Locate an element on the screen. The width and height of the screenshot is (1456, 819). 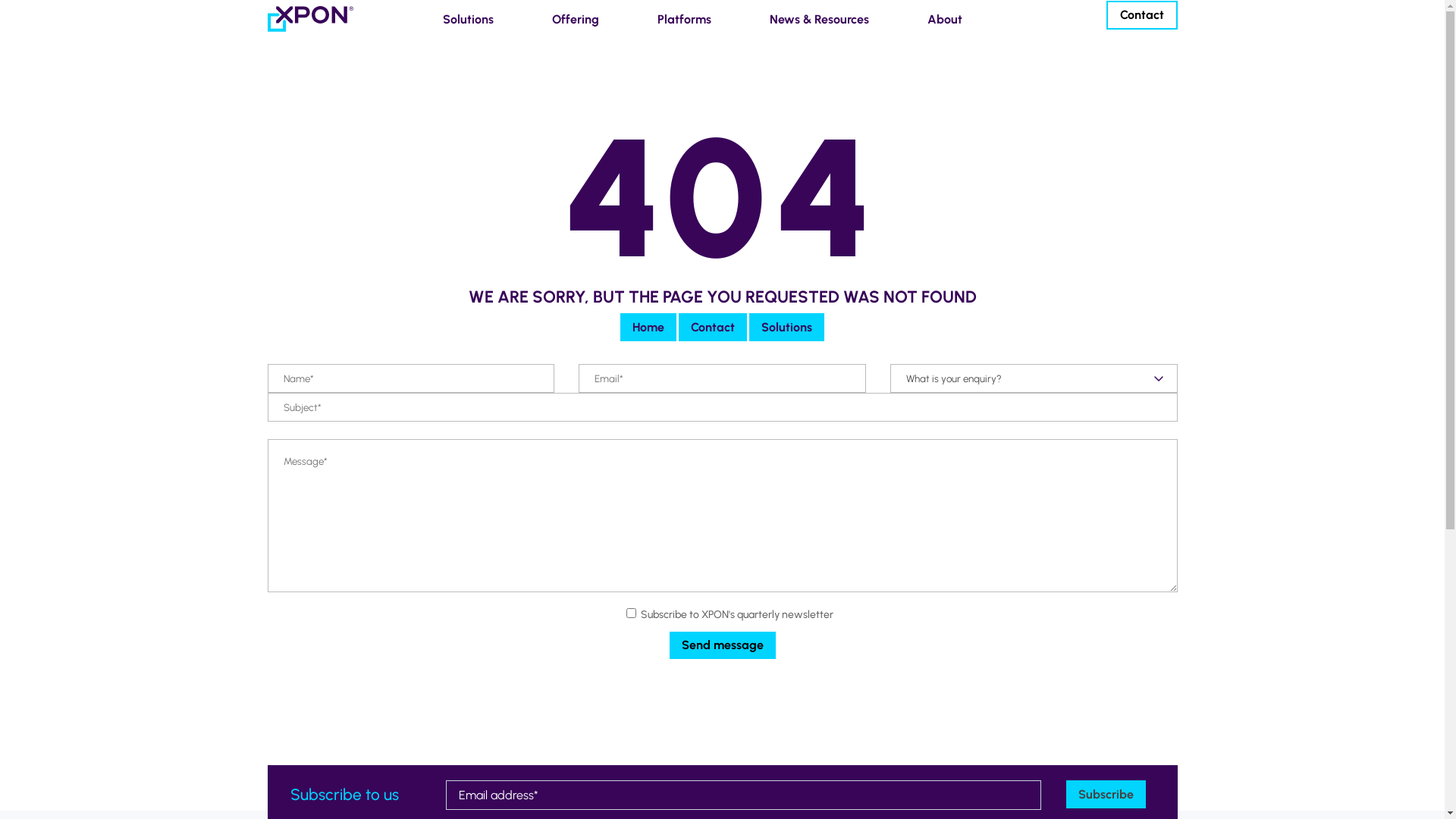
'Platforms' is located at coordinates (679, 19).